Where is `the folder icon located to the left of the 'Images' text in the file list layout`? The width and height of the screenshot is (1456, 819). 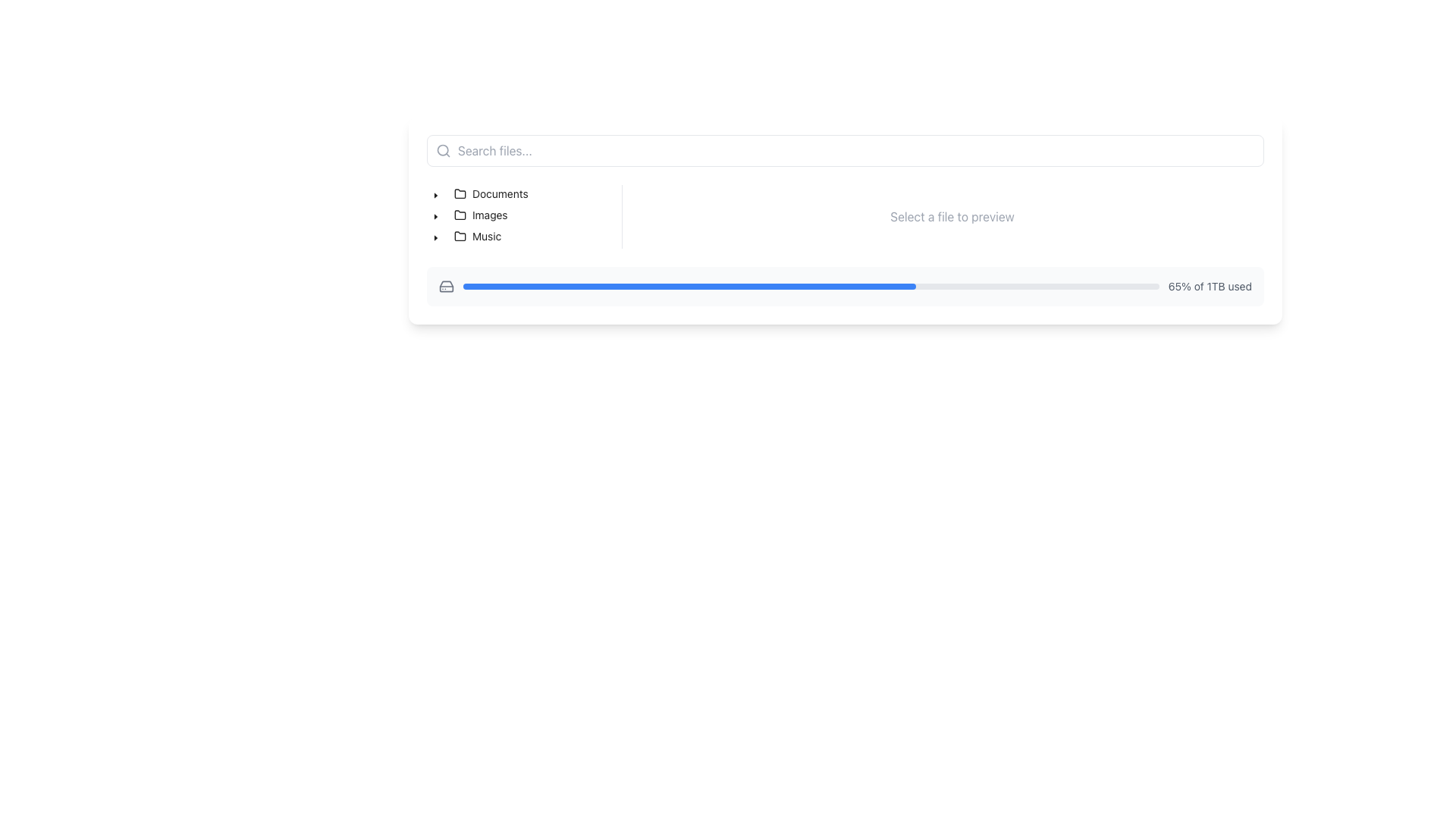
the folder icon located to the left of the 'Images' text in the file list layout is located at coordinates (459, 214).